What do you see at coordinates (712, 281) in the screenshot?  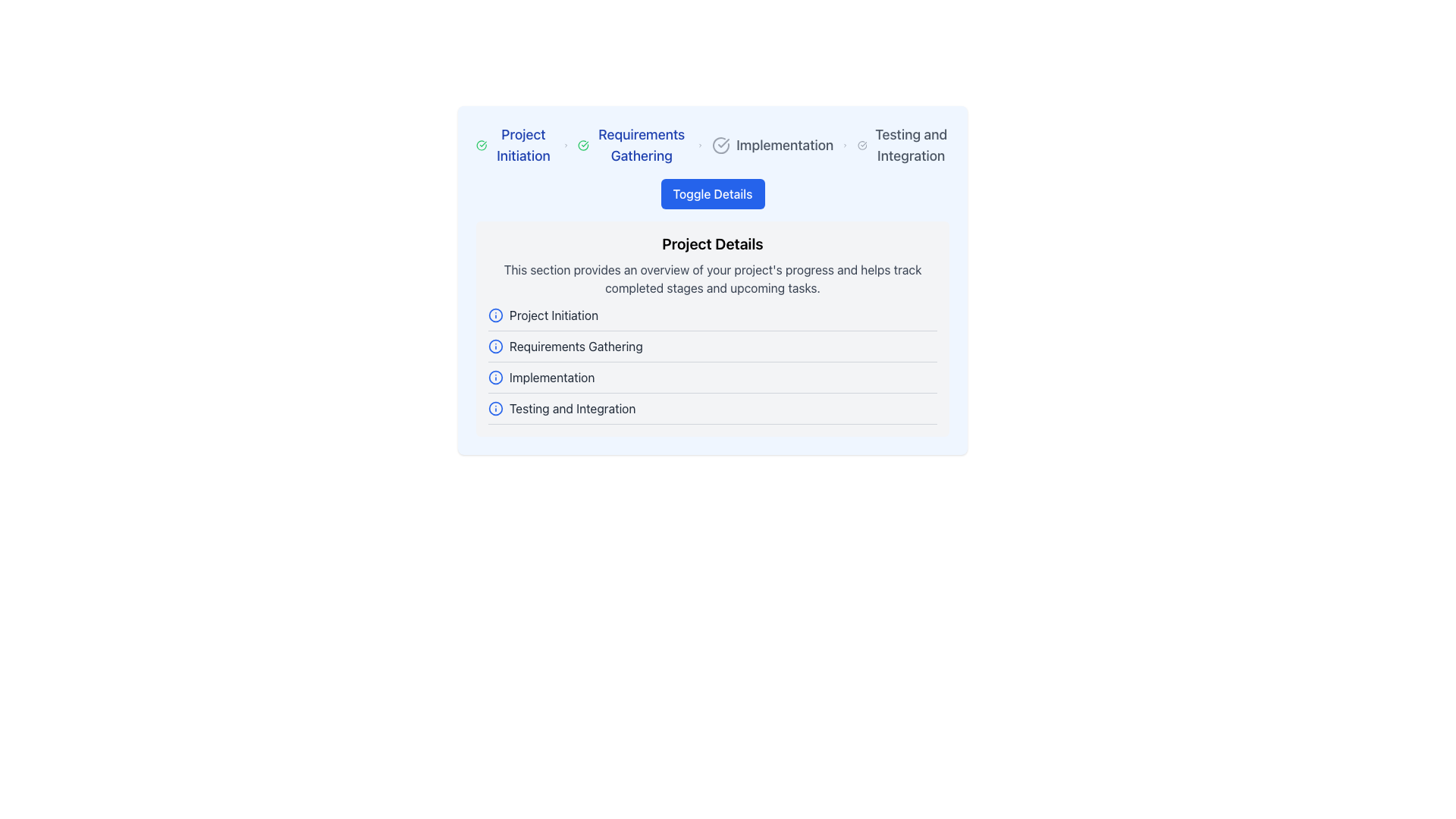 I see `the summary section that displays the project's progress, located centrally below the navigation bar and above the 'Toggle Details' button` at bounding box center [712, 281].